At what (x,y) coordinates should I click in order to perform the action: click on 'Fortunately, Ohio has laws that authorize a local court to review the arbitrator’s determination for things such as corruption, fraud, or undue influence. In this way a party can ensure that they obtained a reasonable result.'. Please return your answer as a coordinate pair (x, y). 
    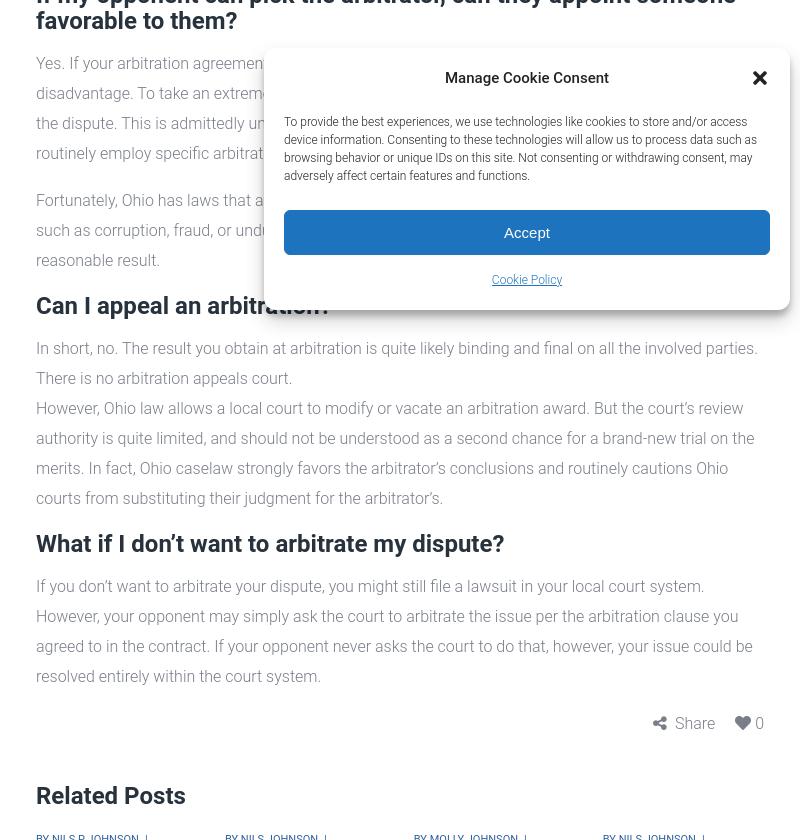
    Looking at the image, I should click on (394, 230).